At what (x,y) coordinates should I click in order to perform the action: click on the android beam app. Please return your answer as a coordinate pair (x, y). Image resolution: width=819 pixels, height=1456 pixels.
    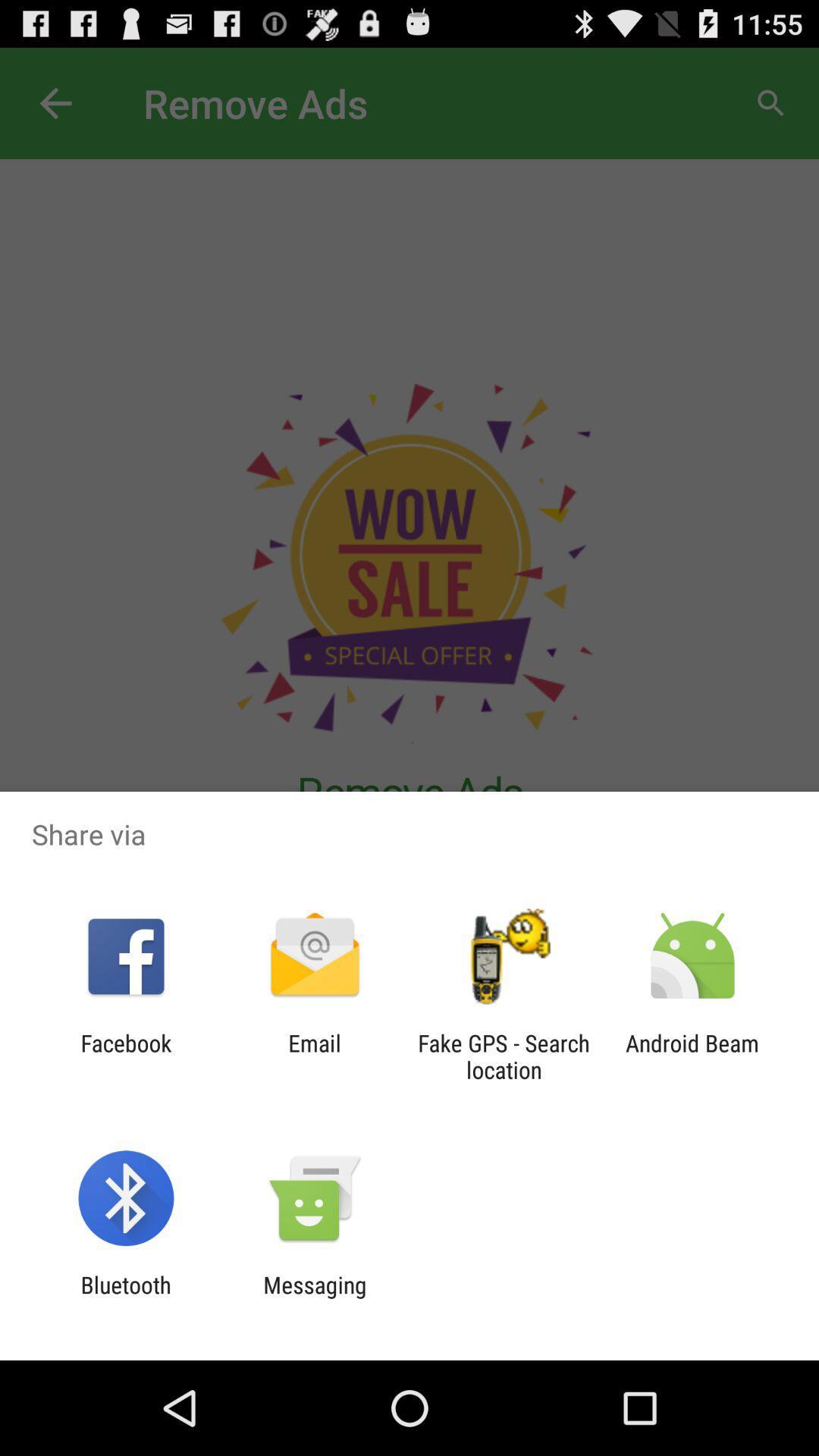
    Looking at the image, I should click on (692, 1056).